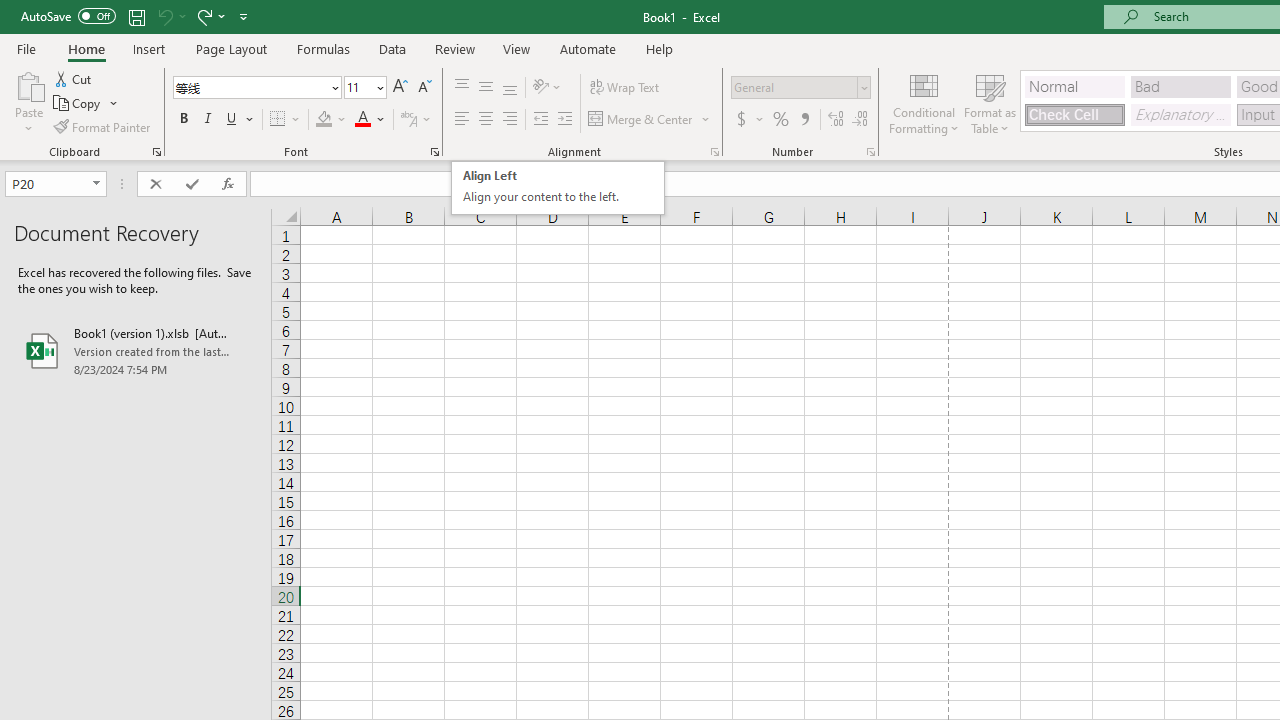  Describe the element at coordinates (485, 119) in the screenshot. I see `'Center'` at that location.